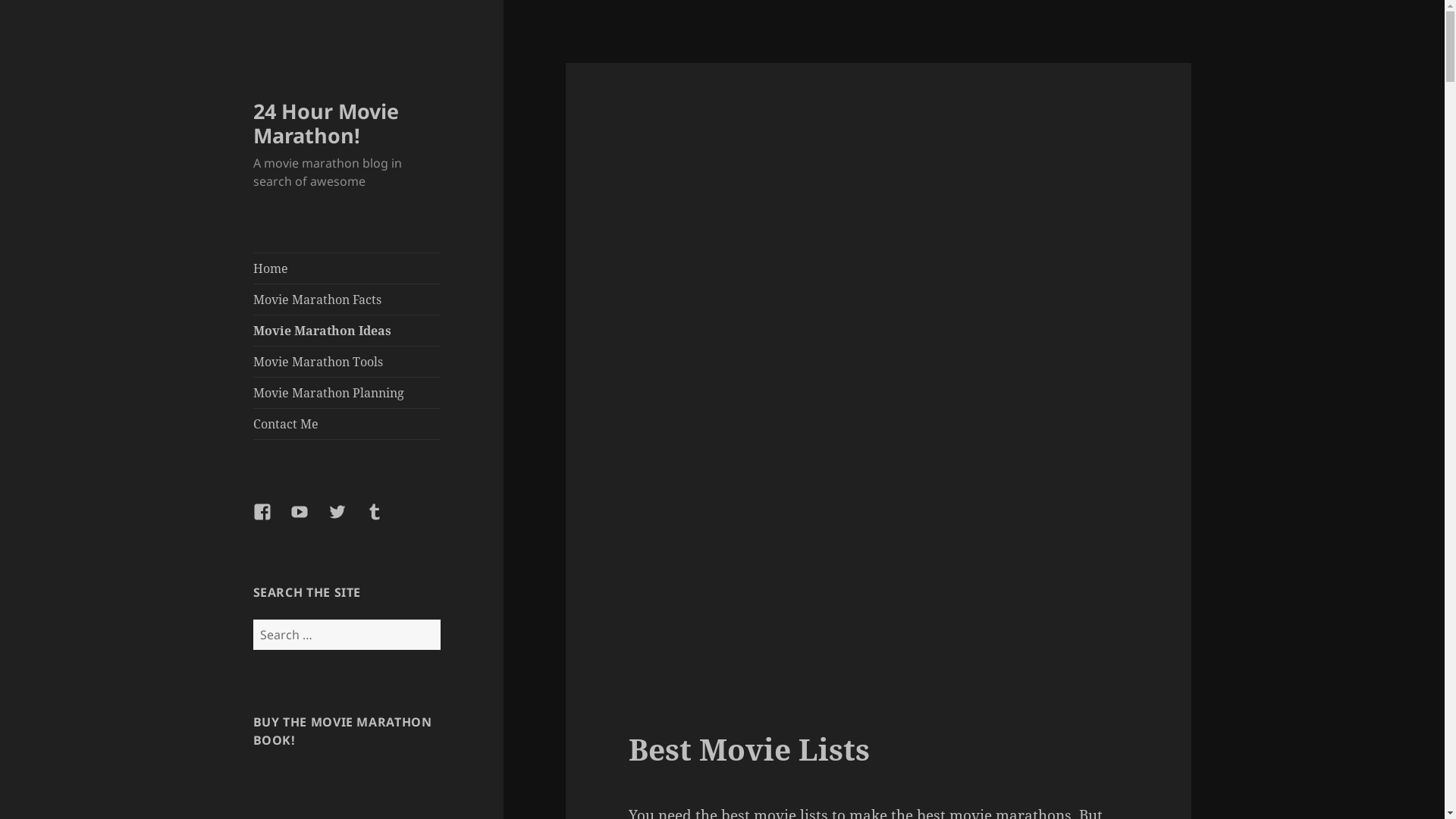 The width and height of the screenshot is (1456, 819). Describe the element at coordinates (271, 519) in the screenshot. I see `'Facebook'` at that location.